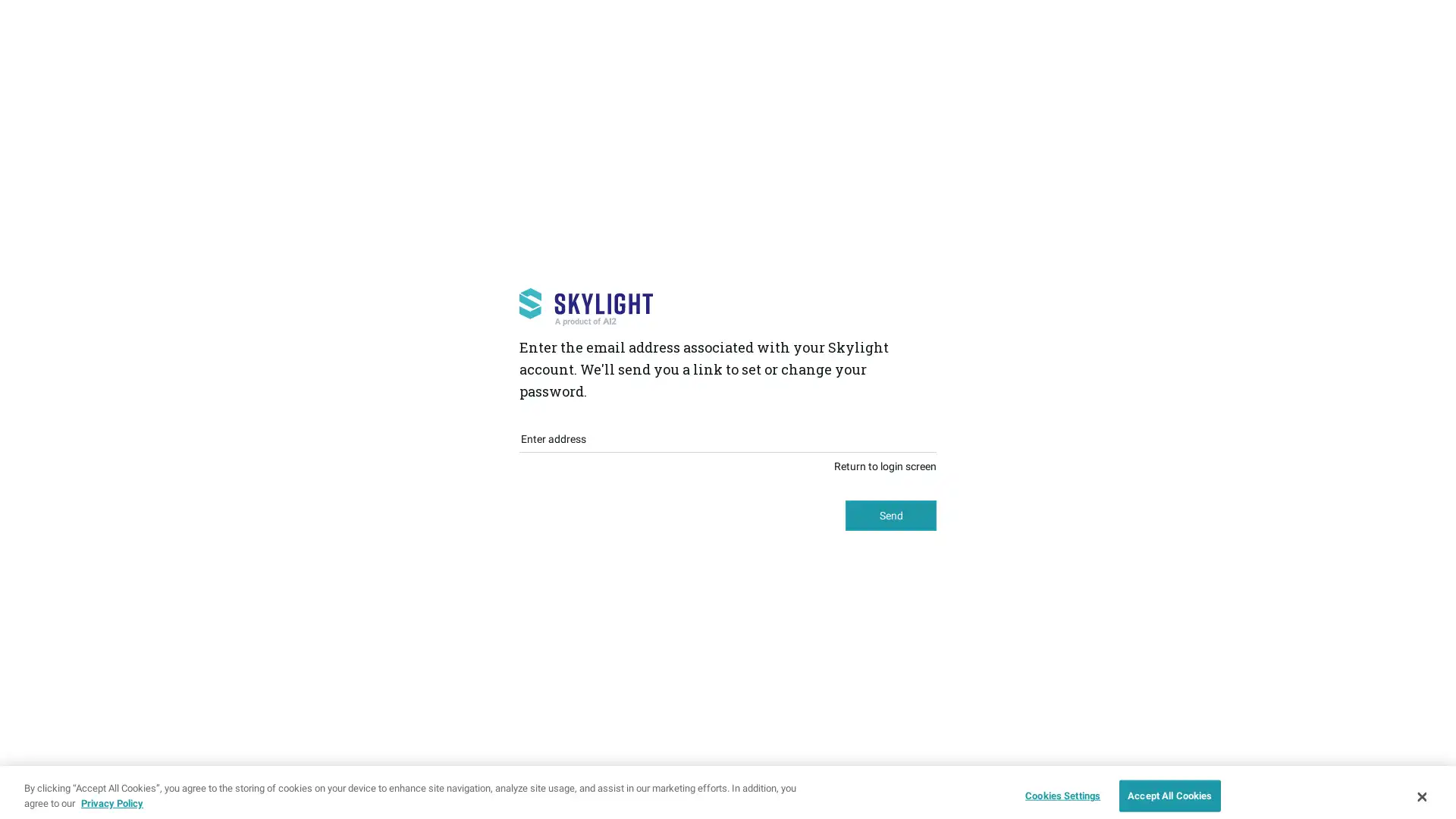 This screenshot has height=819, width=1456. What do you see at coordinates (1169, 786) in the screenshot?
I see `Accept All Cookies` at bounding box center [1169, 786].